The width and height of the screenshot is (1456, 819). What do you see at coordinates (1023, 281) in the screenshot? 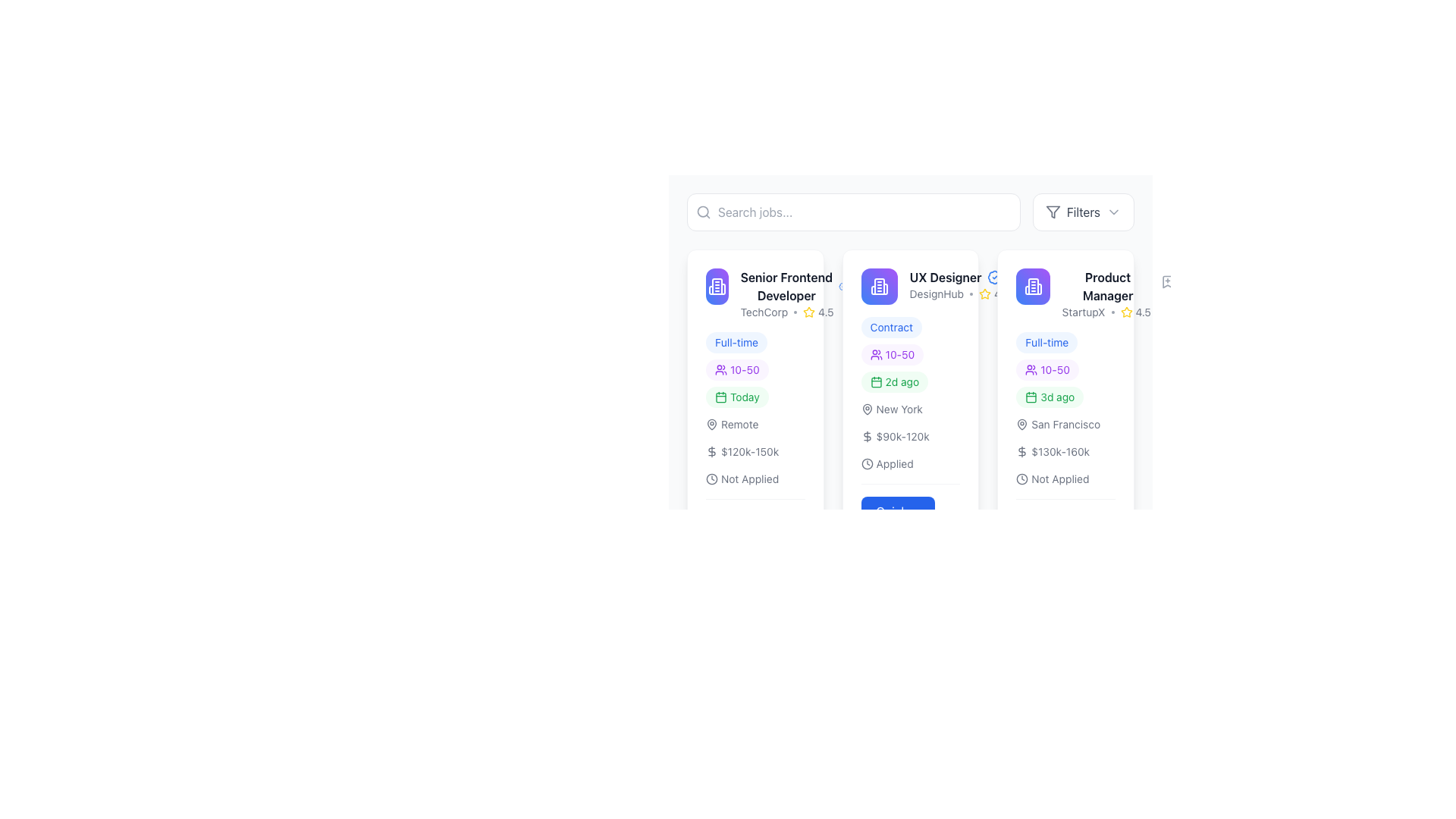
I see `the icon button located in the top-right corner of the job card to bookmark this job` at bounding box center [1023, 281].